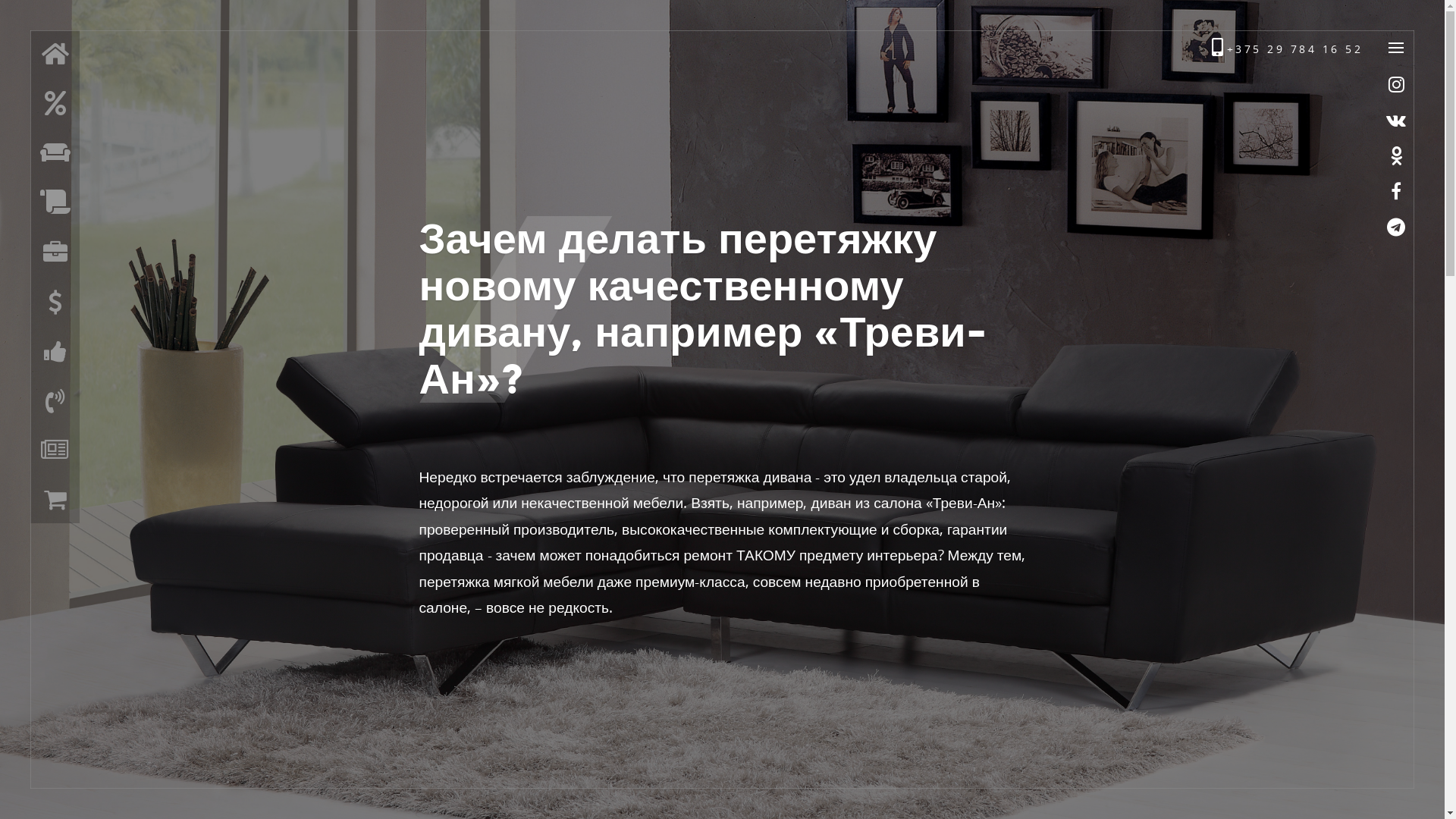 Image resolution: width=1456 pixels, height=819 pixels. I want to click on '+375 29 784 16 52', so click(1286, 48).